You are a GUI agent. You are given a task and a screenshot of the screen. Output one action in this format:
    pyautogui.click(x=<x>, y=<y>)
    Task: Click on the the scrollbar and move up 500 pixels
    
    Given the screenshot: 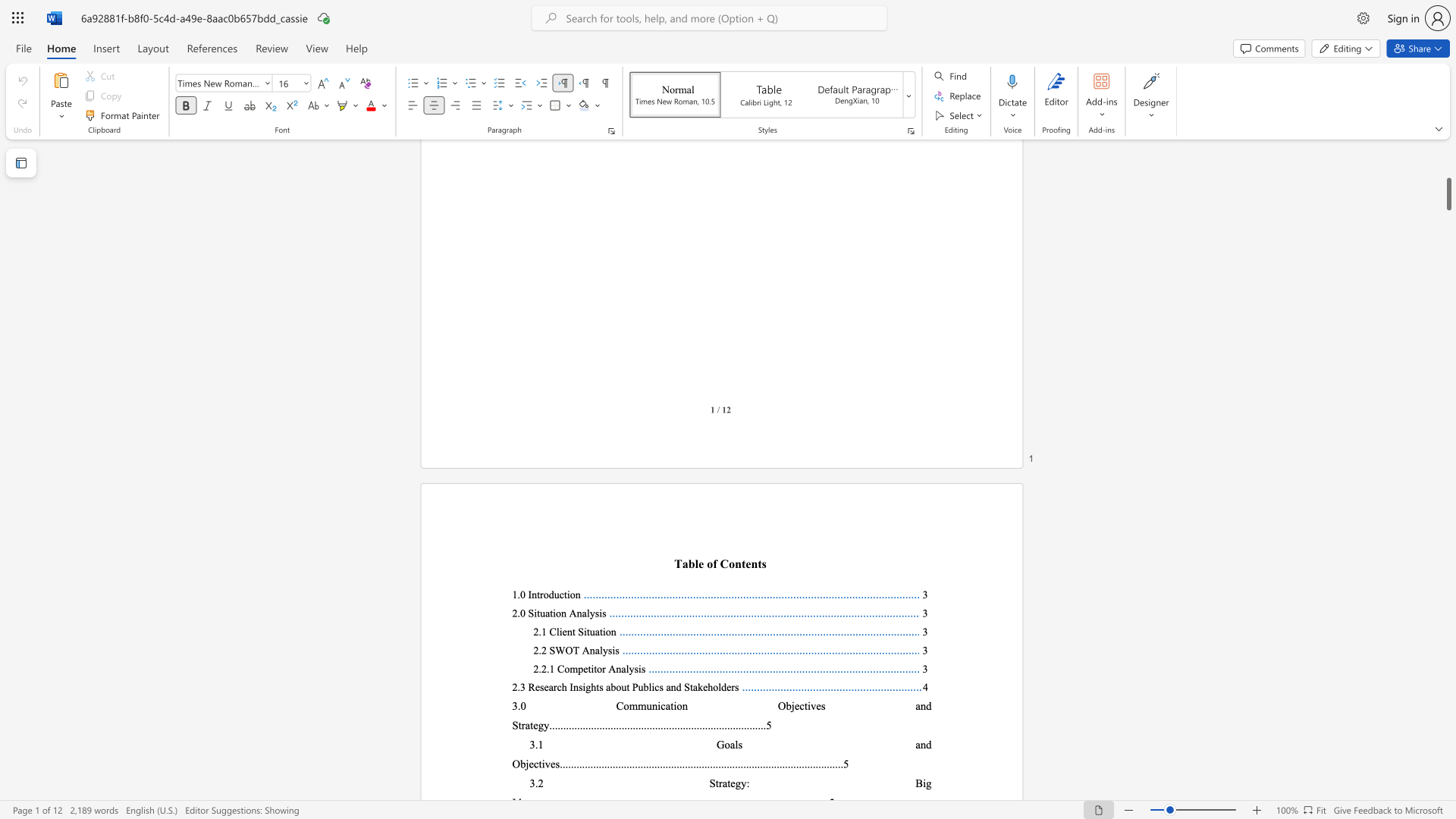 What is the action you would take?
    pyautogui.click(x=1448, y=193)
    